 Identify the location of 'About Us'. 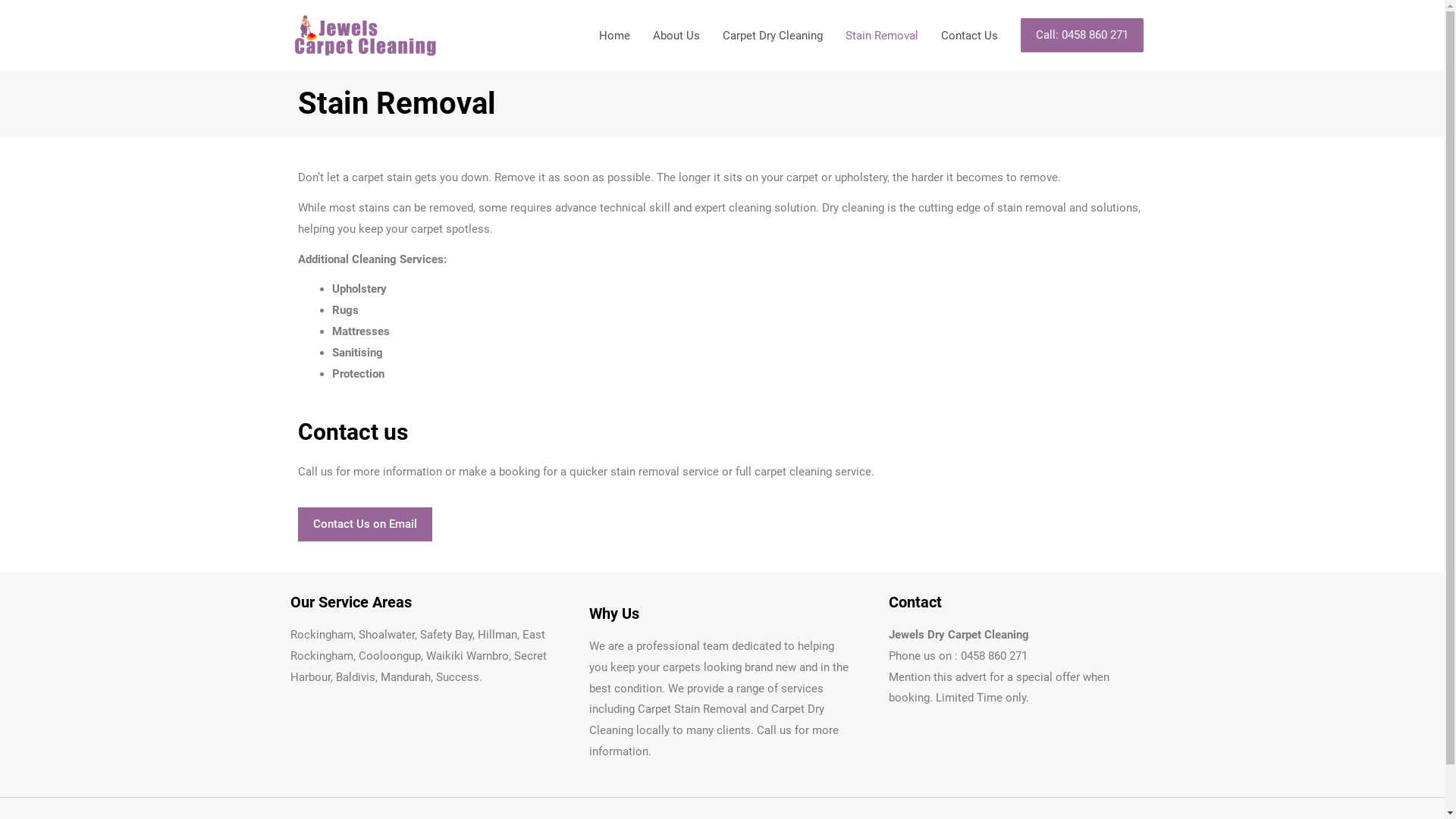
(676, 34).